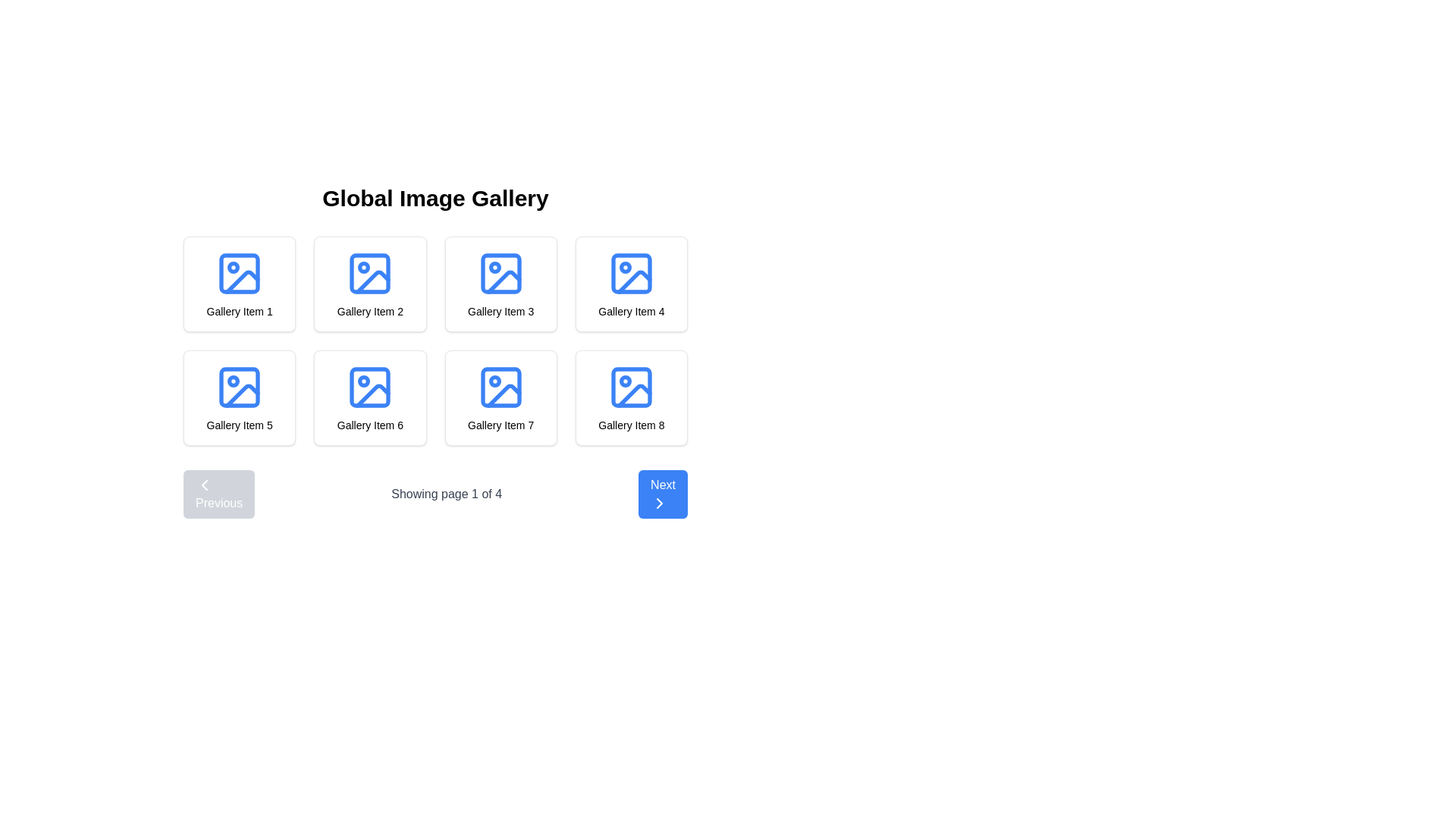  I want to click on the non-interactive icon representing 'Gallery Item 4' located in the fourth column of the top row in the grid layout, so click(631, 274).